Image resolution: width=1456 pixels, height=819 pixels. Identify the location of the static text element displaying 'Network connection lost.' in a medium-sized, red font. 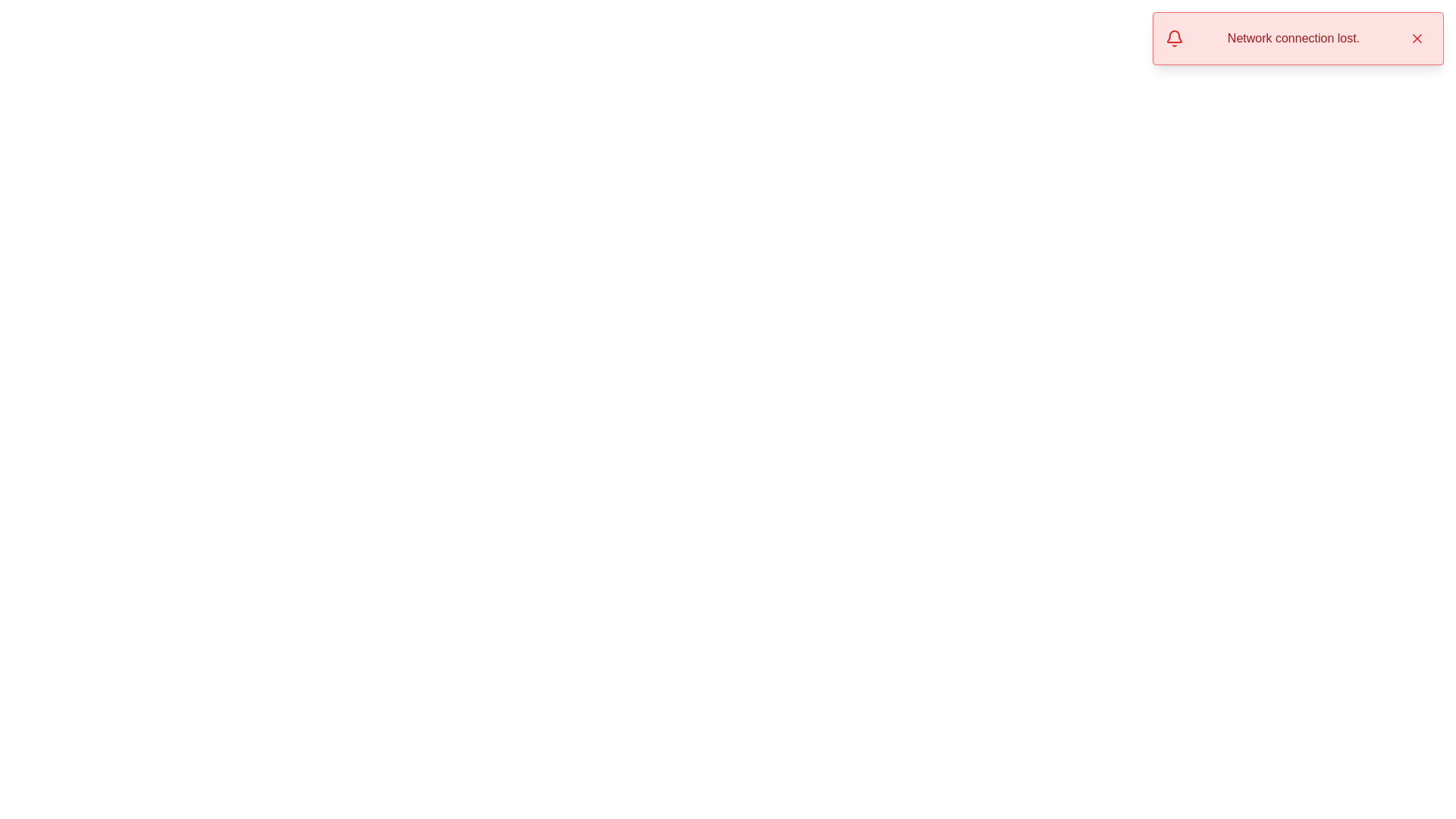
(1292, 37).